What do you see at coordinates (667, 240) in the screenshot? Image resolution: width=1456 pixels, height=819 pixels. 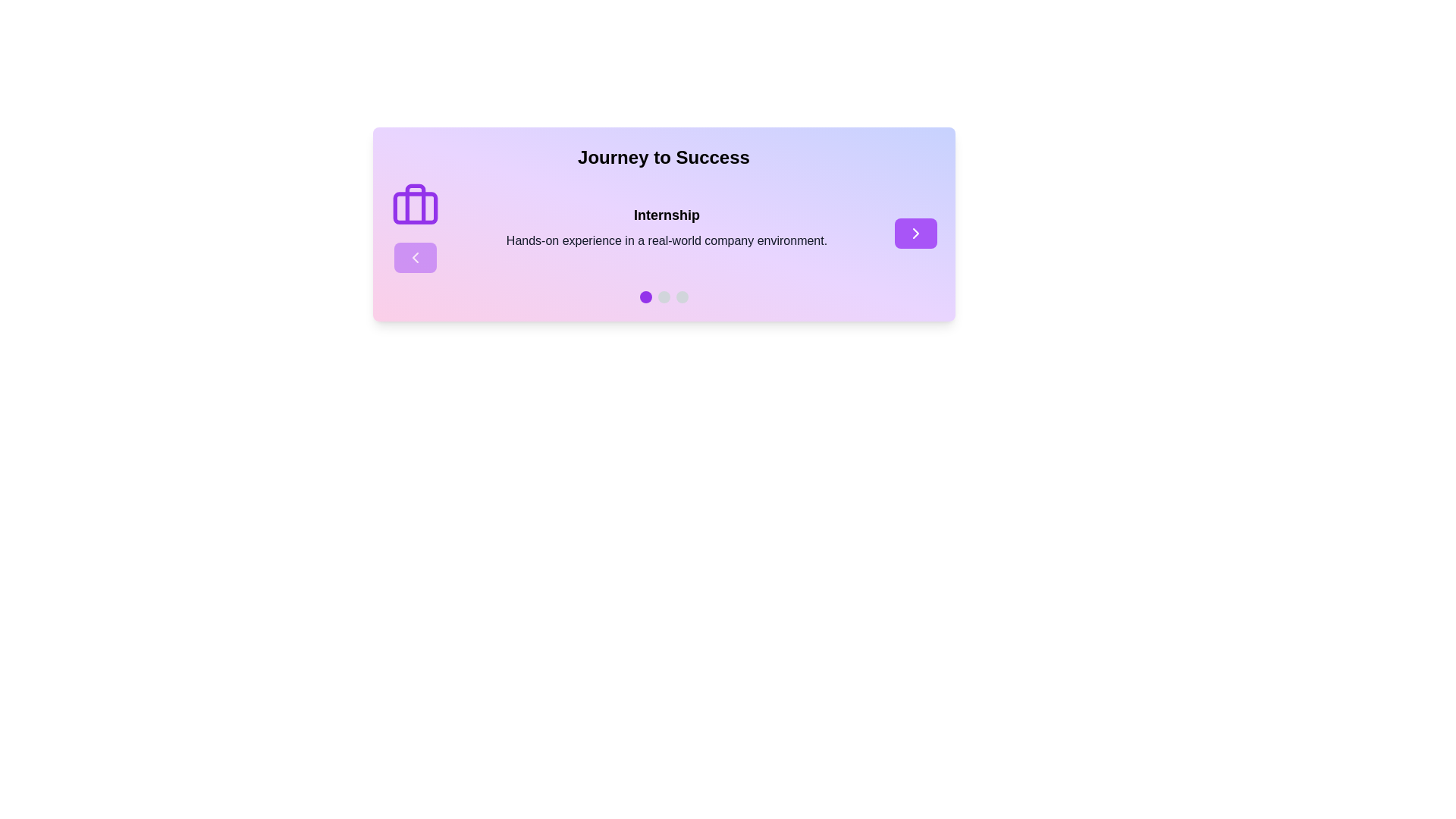 I see `the informational text element located beneath the 'Internship' heading, which provides additional details about the title` at bounding box center [667, 240].